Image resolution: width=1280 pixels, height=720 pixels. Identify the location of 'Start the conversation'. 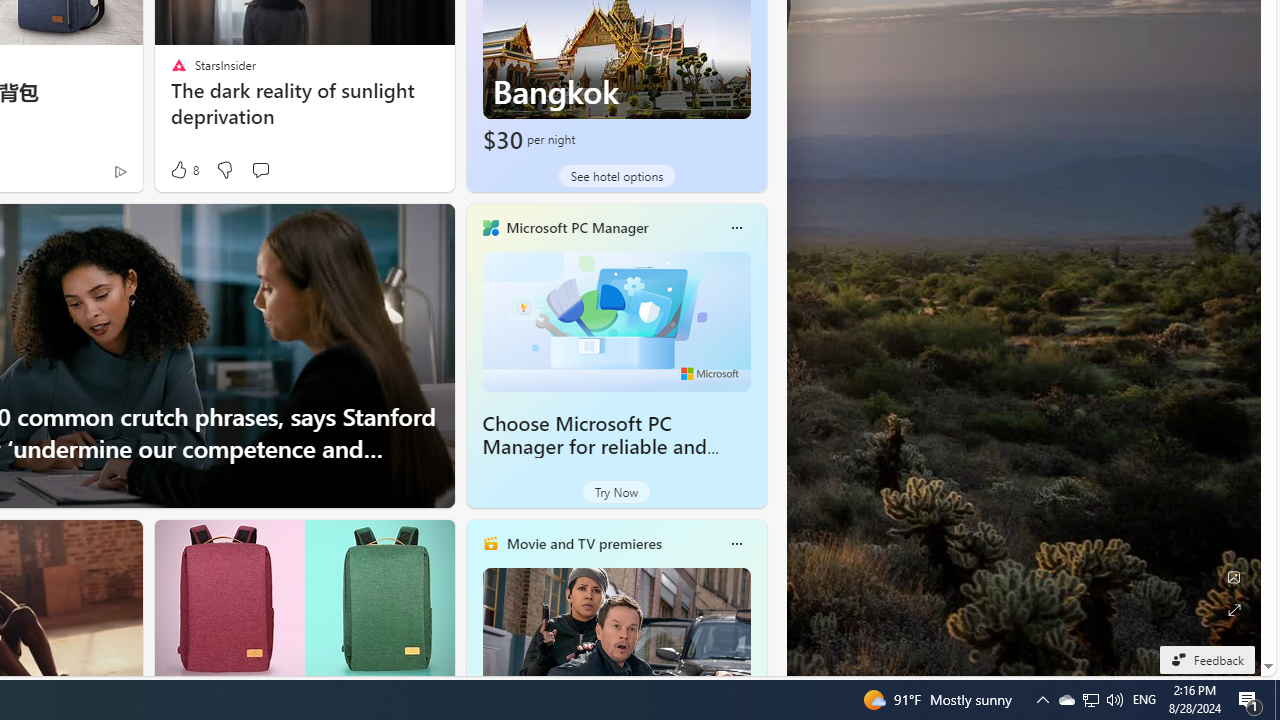
(259, 169).